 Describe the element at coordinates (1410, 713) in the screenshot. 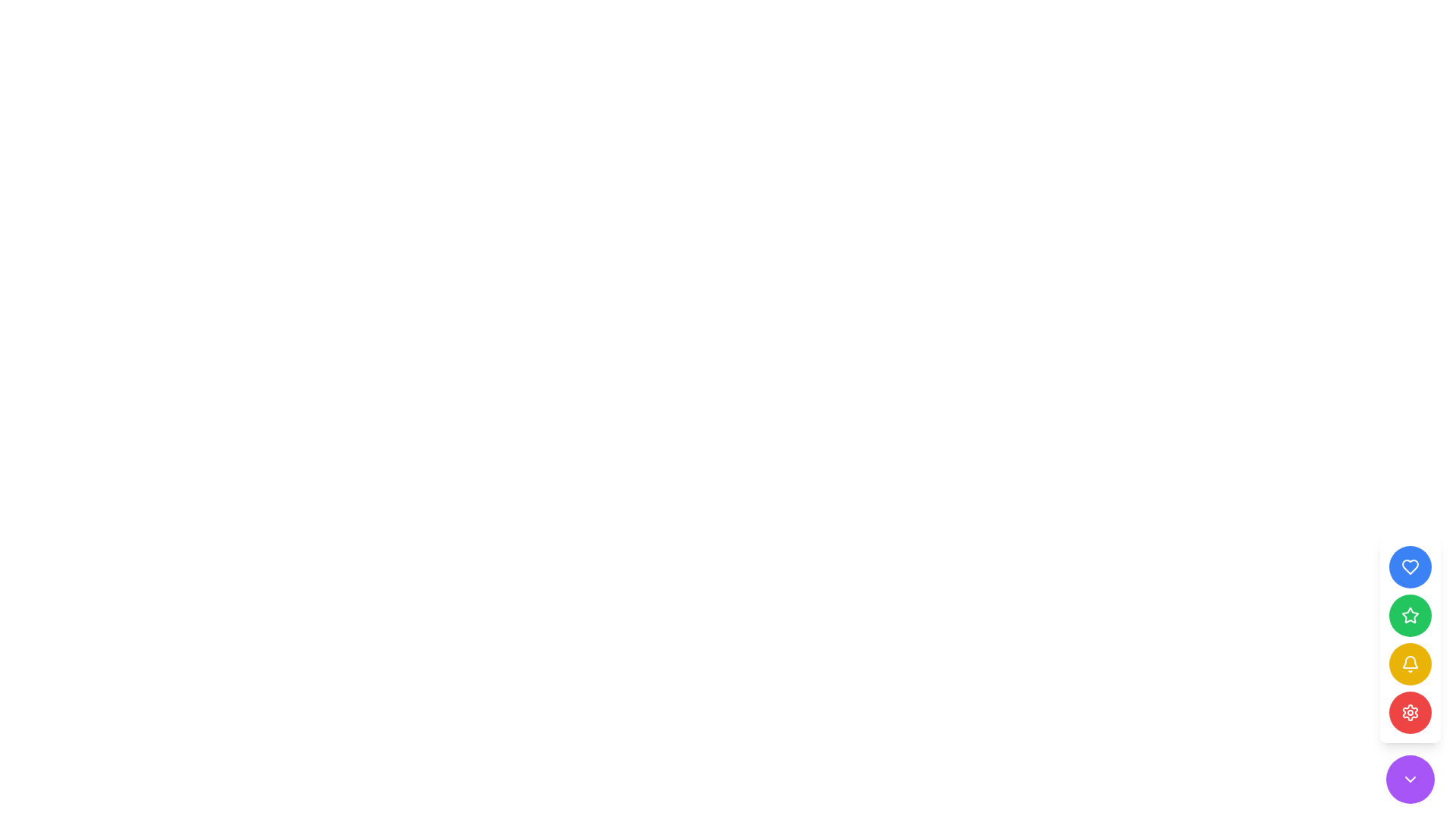

I see `the fifth icon button in the vertical stack of circular interactive icons` at that location.